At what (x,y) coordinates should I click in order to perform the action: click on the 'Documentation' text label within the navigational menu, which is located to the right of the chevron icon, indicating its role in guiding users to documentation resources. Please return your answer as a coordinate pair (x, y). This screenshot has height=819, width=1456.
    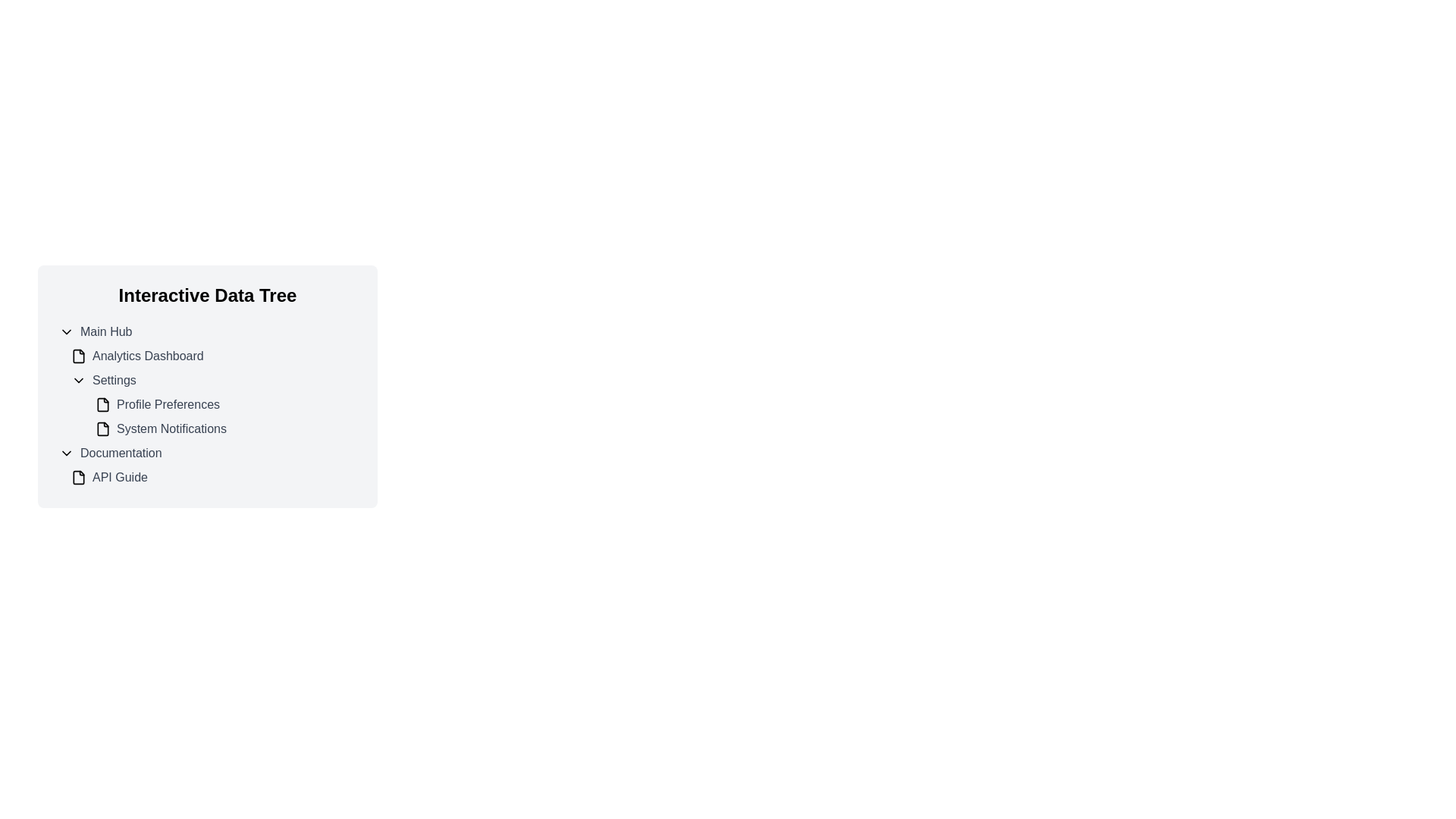
    Looking at the image, I should click on (120, 452).